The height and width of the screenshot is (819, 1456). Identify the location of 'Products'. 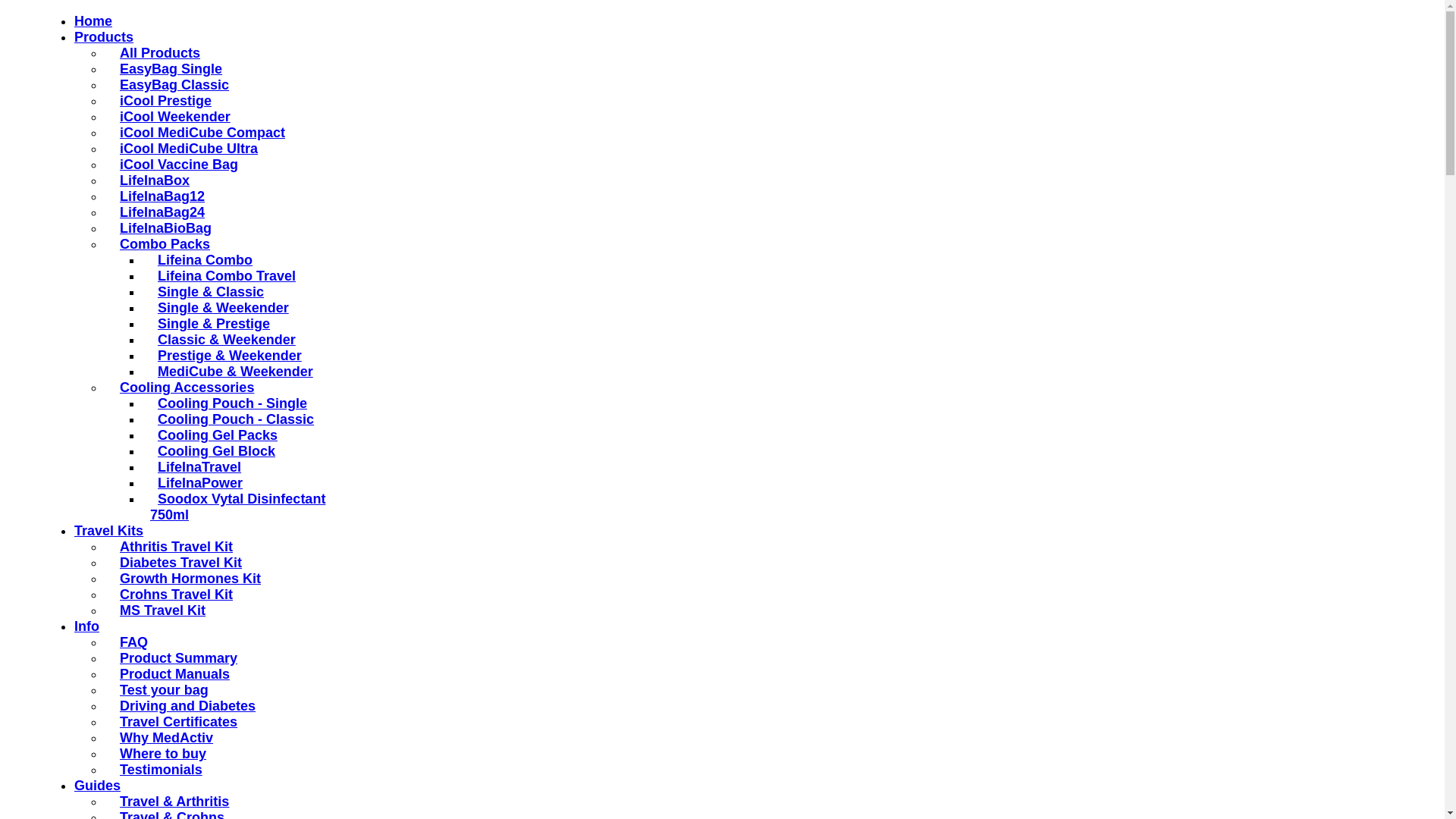
(103, 36).